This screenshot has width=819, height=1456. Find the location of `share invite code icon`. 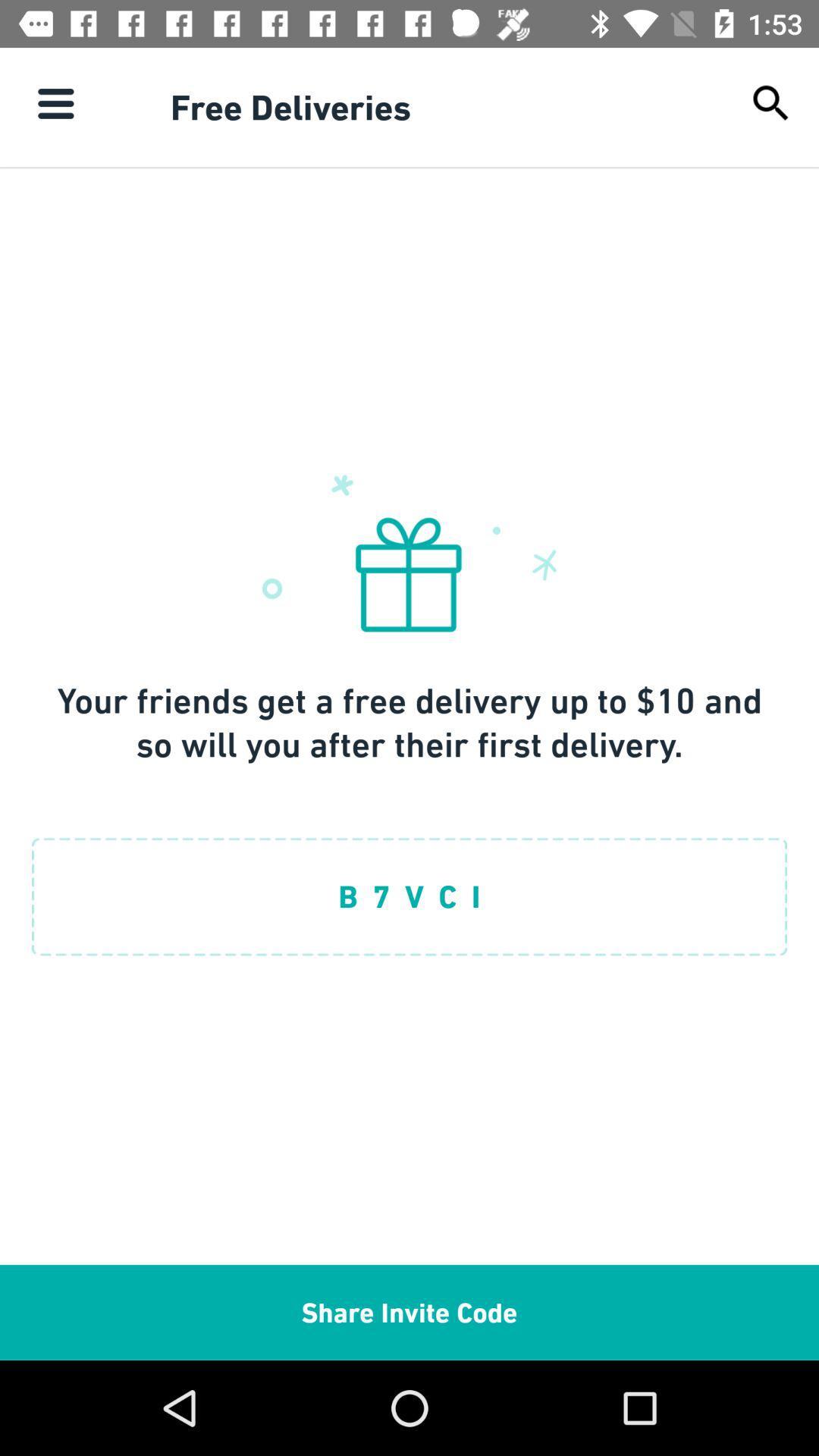

share invite code icon is located at coordinates (409, 1312).